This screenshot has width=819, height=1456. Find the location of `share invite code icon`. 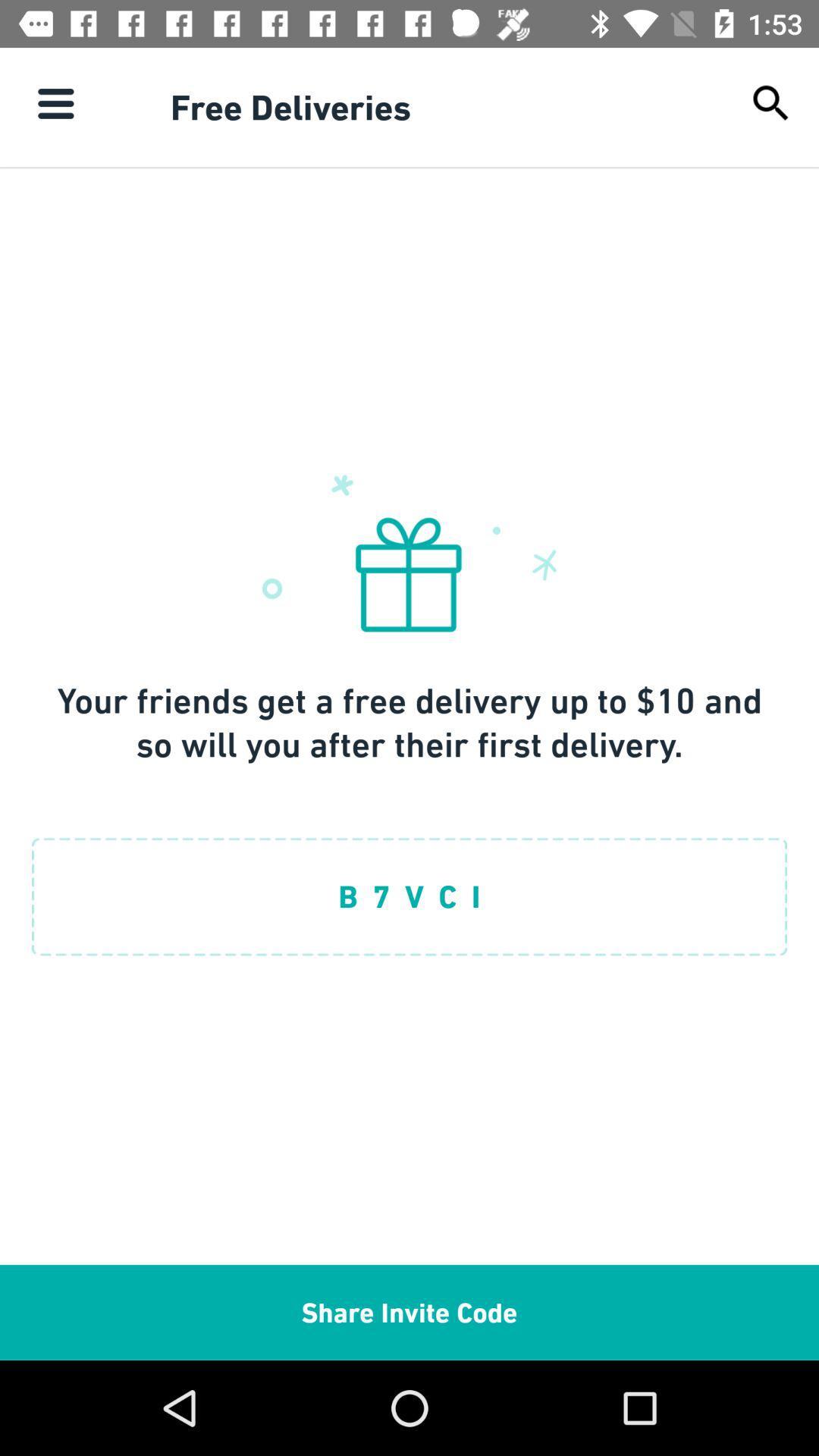

share invite code icon is located at coordinates (409, 1312).